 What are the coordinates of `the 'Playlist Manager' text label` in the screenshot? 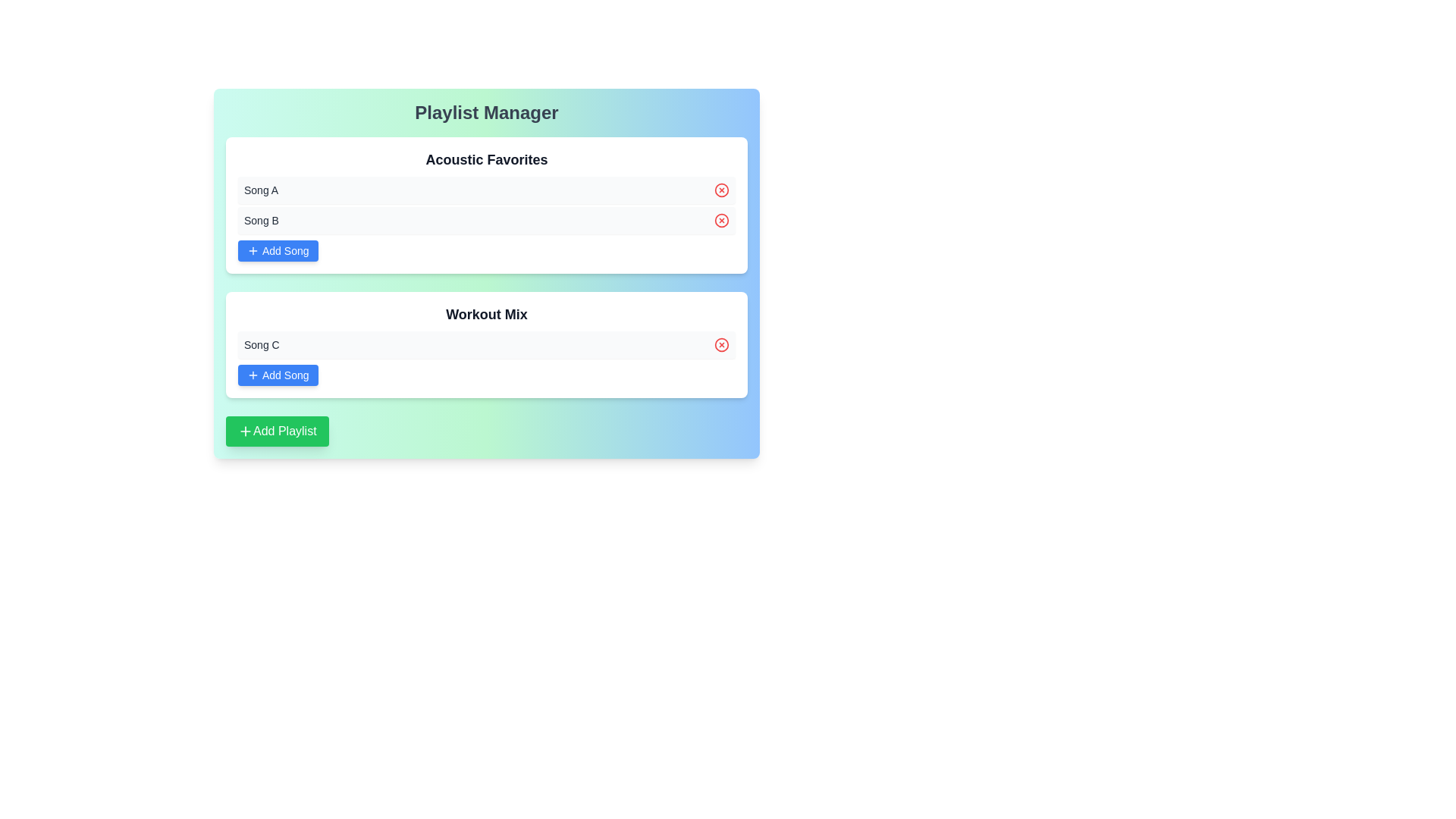 It's located at (487, 112).